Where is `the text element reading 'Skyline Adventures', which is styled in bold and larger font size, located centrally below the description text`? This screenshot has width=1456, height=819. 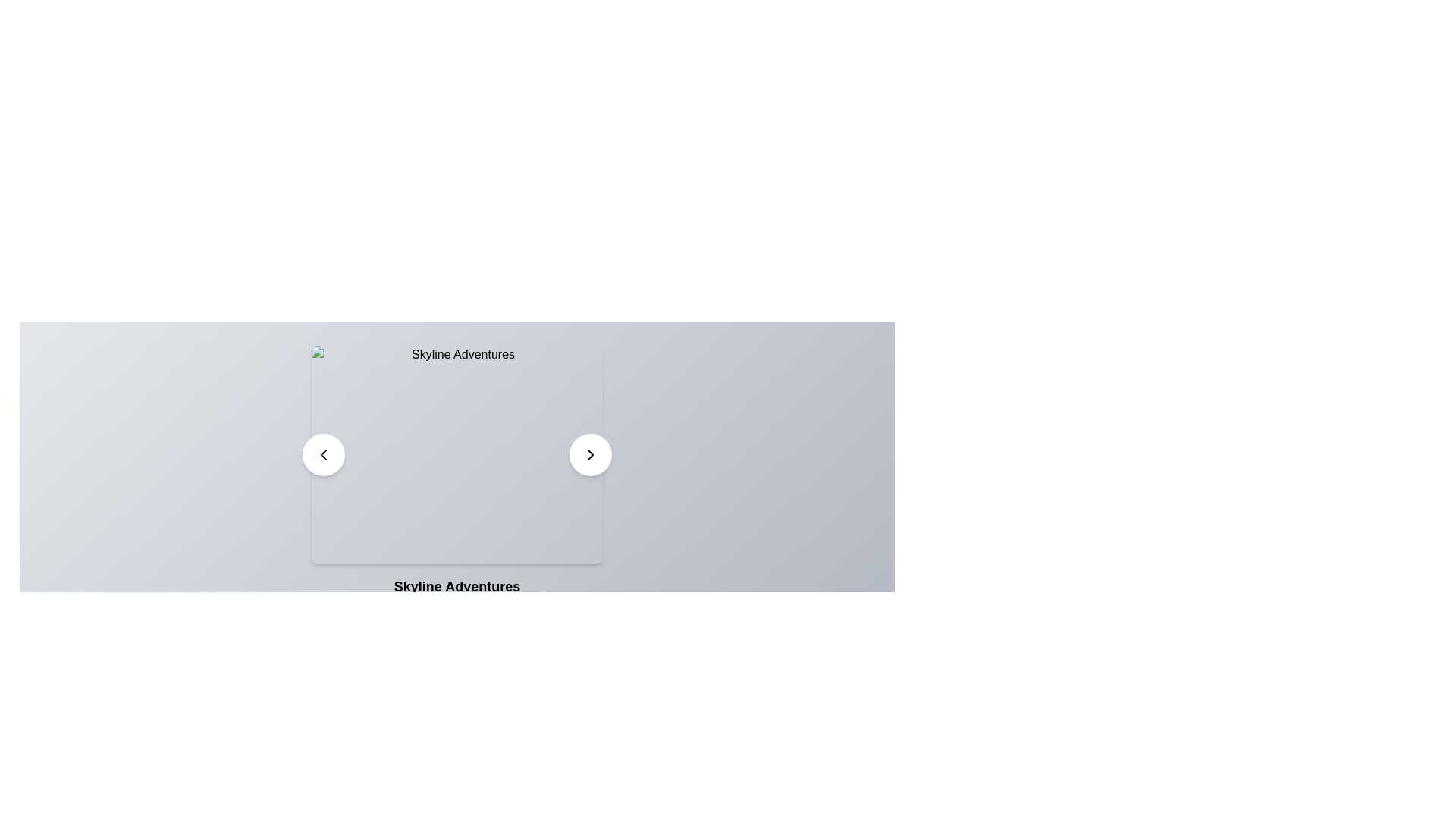
the text element reading 'Skyline Adventures', which is styled in bold and larger font size, located centrally below the description text is located at coordinates (457, 586).